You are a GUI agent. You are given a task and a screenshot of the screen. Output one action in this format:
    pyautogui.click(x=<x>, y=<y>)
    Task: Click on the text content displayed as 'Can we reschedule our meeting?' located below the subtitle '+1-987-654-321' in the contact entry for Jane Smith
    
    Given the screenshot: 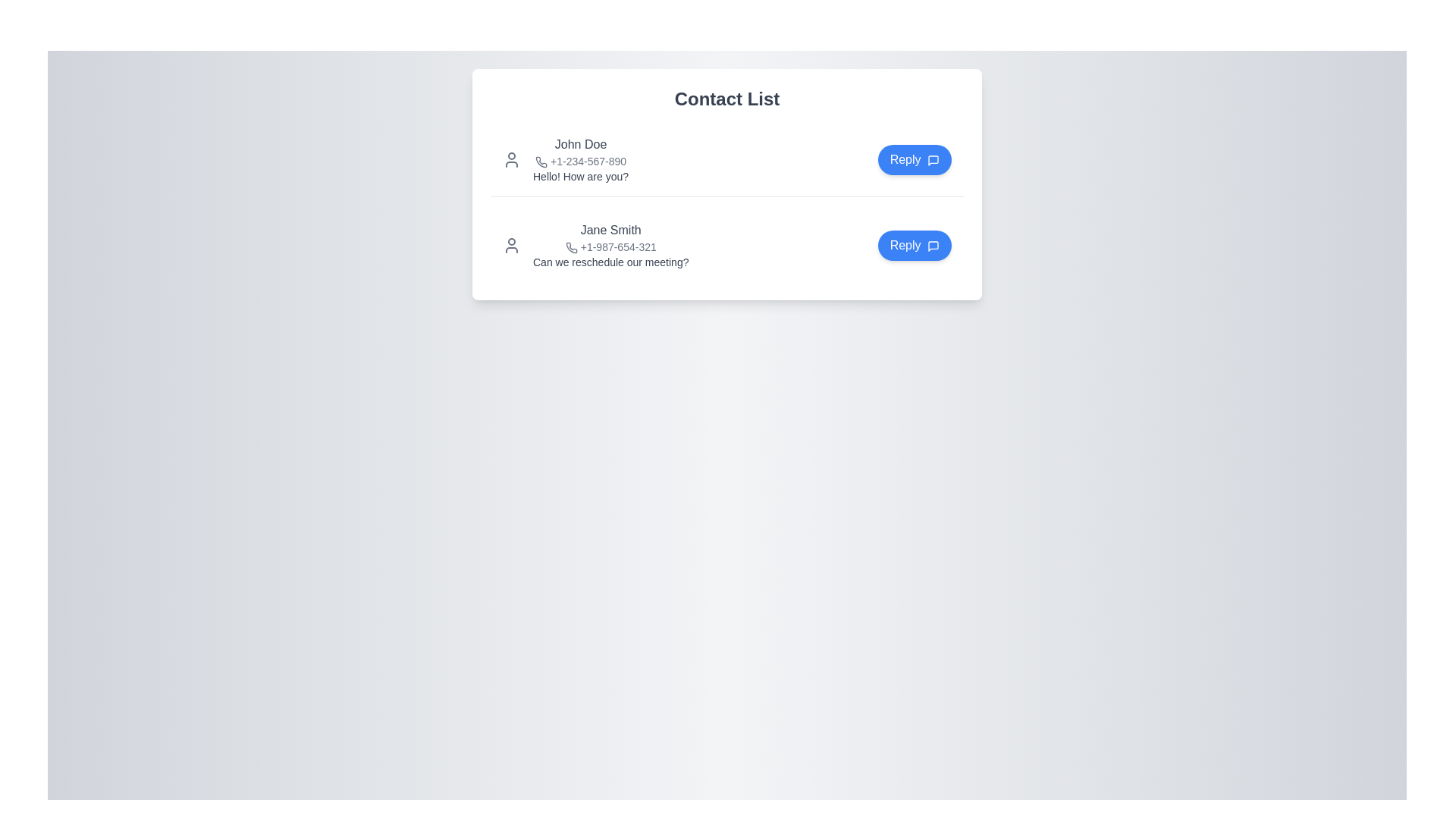 What is the action you would take?
    pyautogui.click(x=610, y=262)
    